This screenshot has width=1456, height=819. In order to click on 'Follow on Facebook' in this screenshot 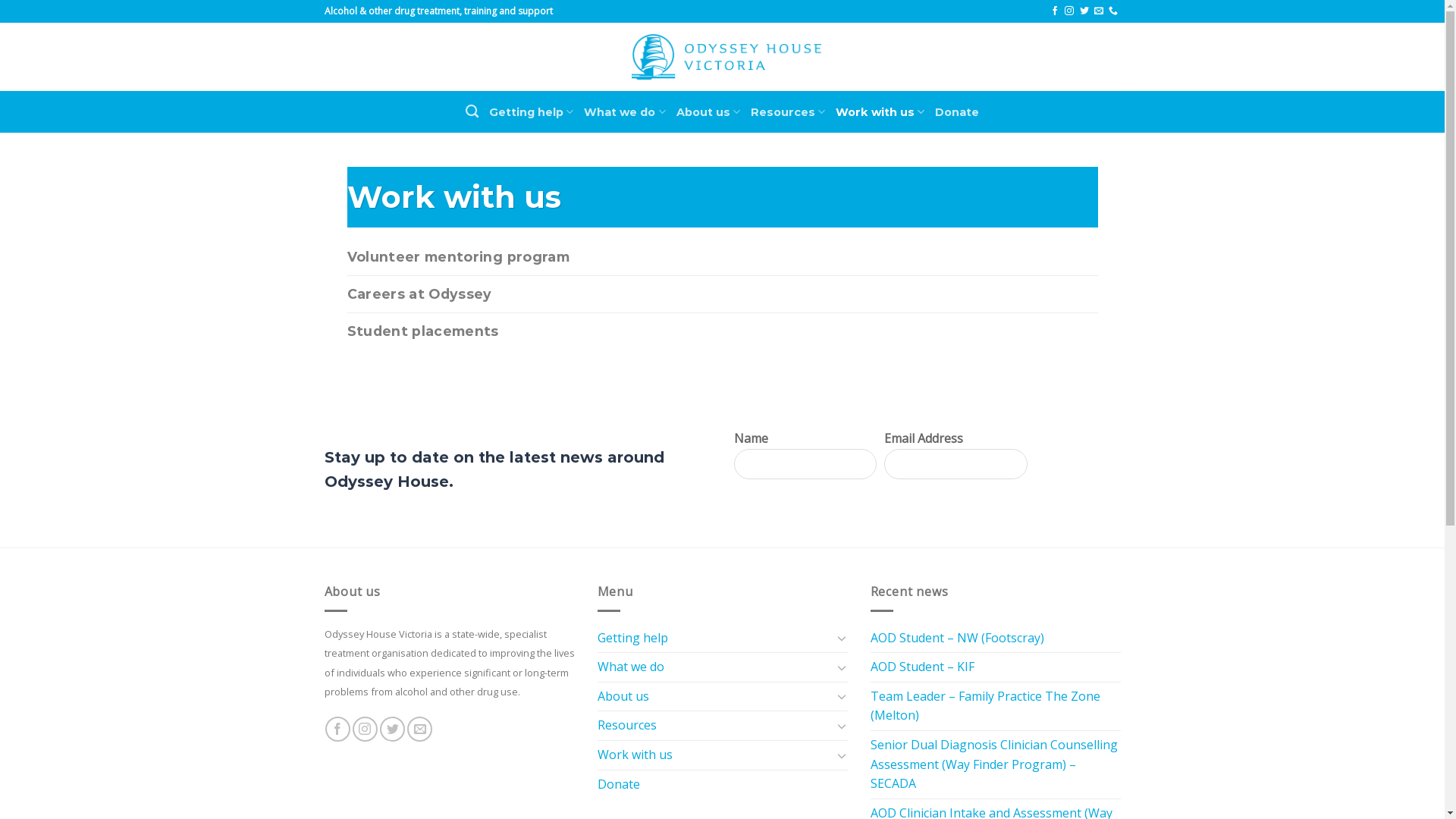, I will do `click(337, 728)`.